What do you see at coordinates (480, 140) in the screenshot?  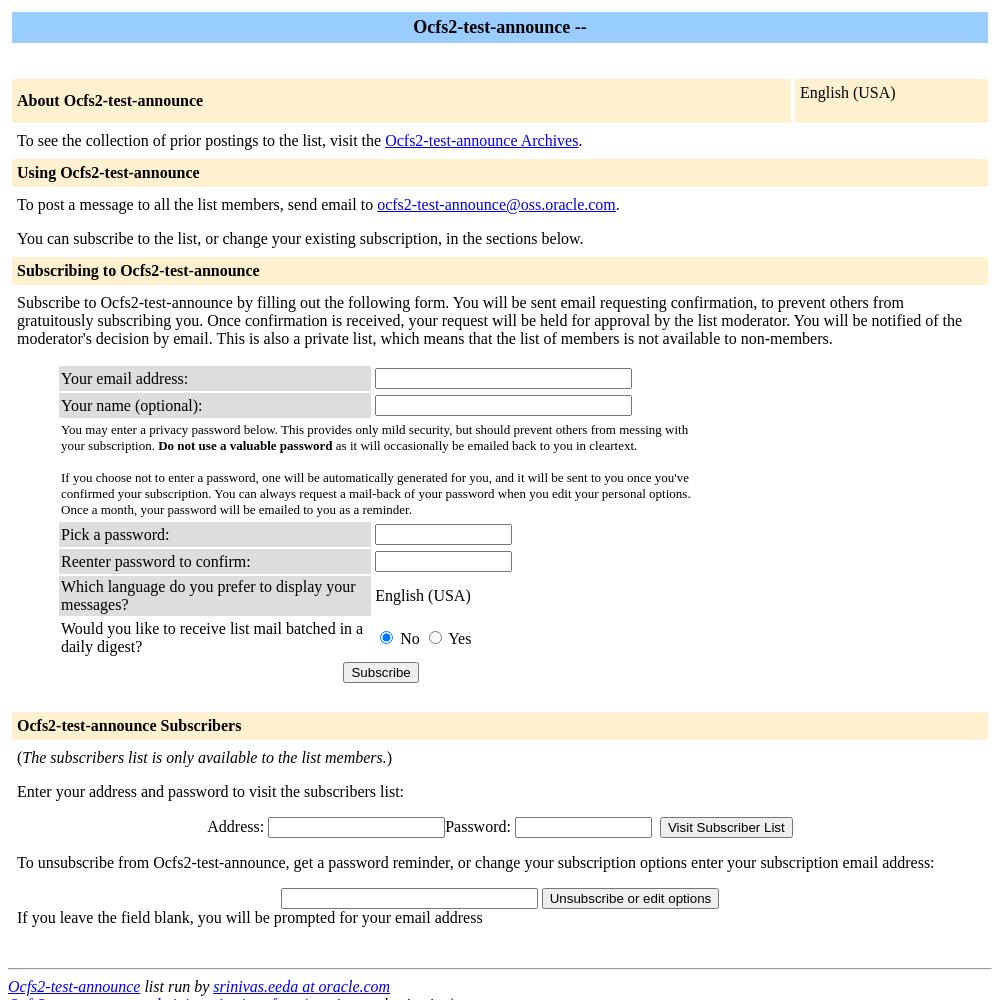 I see `'Ocfs2-test-announce
		  Archives'` at bounding box center [480, 140].